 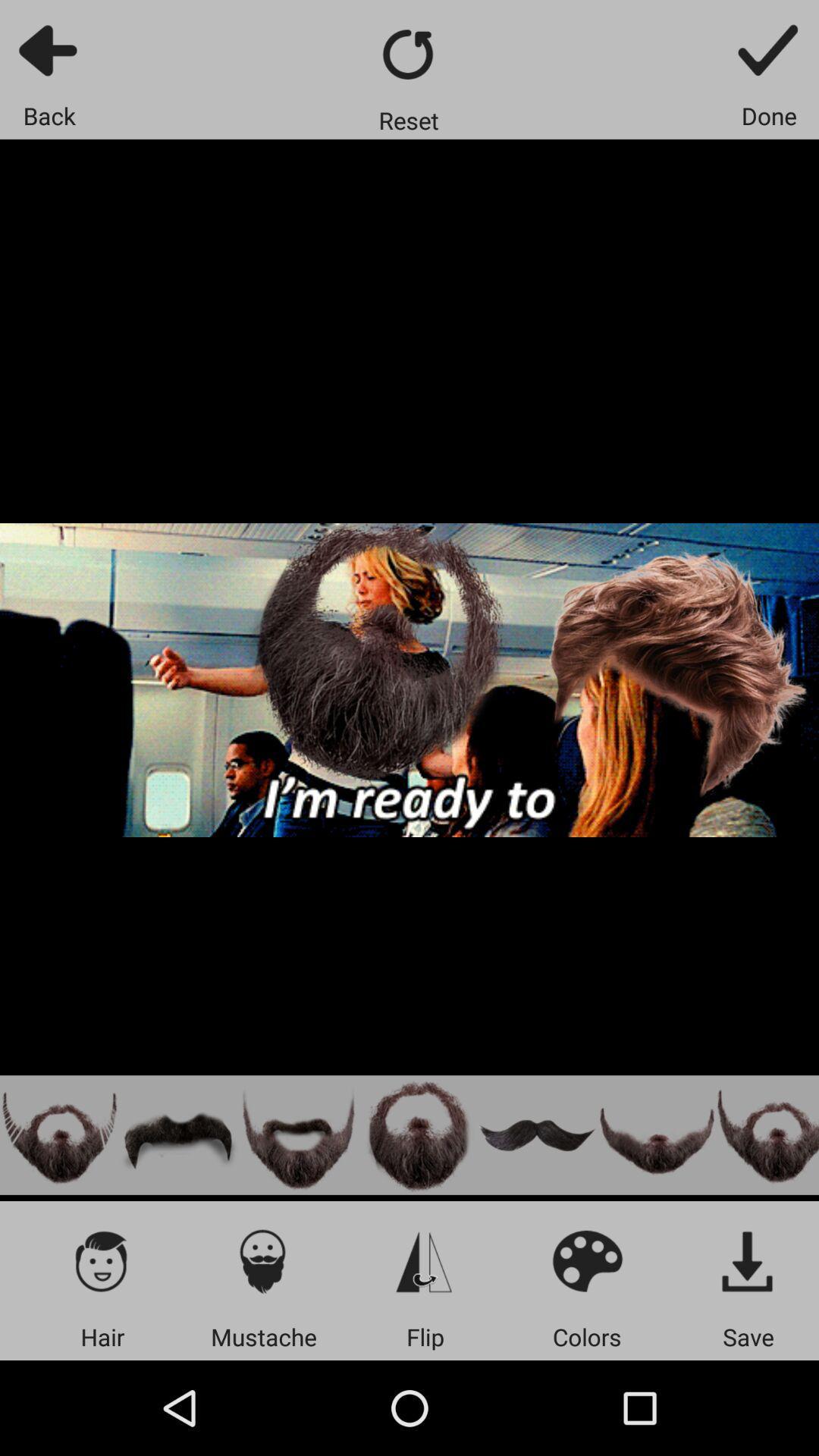 What do you see at coordinates (656, 1135) in the screenshot?
I see `button image` at bounding box center [656, 1135].